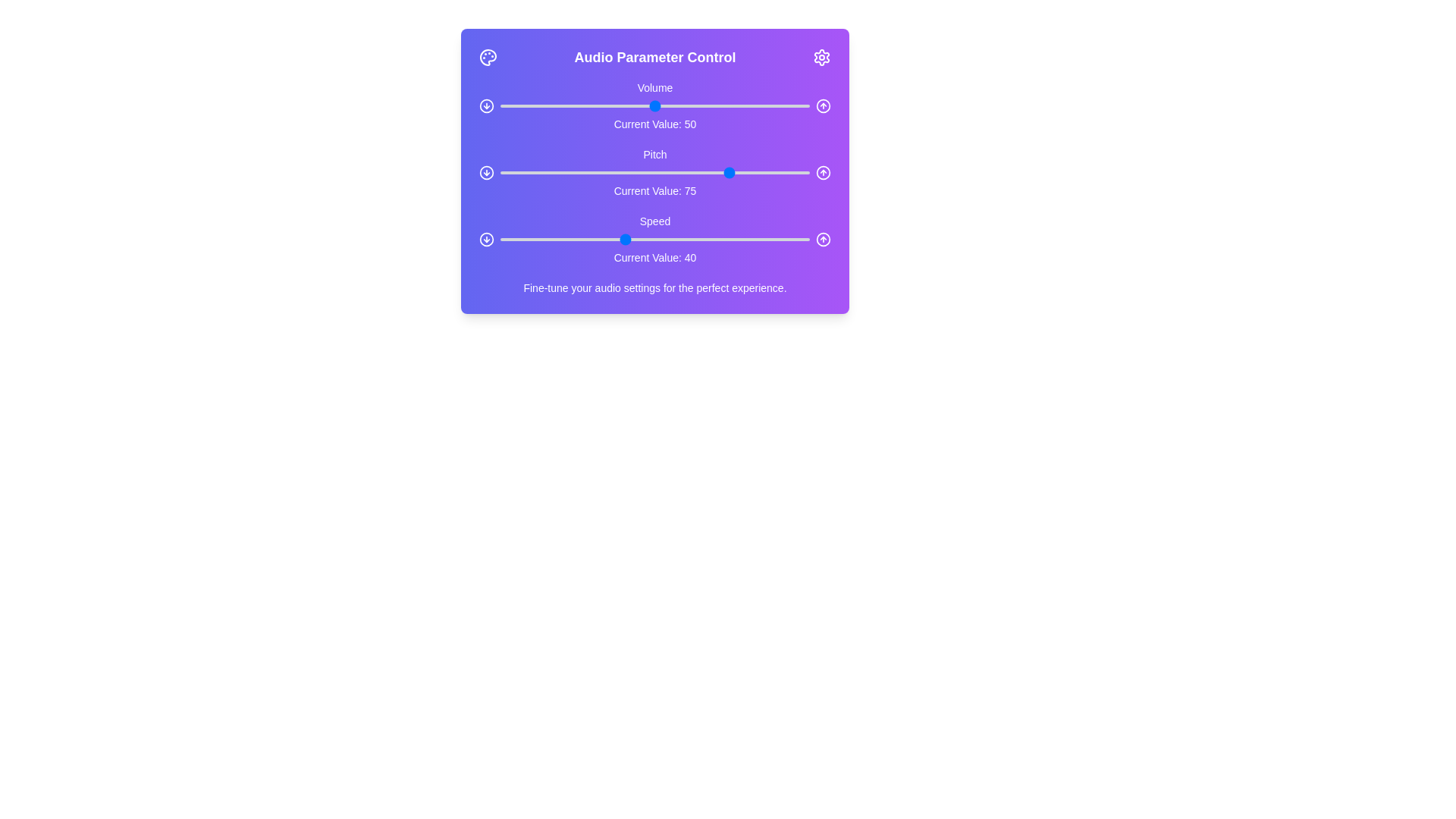  What do you see at coordinates (822, 171) in the screenshot?
I see `increment button for the parameter pitch to increase its value` at bounding box center [822, 171].